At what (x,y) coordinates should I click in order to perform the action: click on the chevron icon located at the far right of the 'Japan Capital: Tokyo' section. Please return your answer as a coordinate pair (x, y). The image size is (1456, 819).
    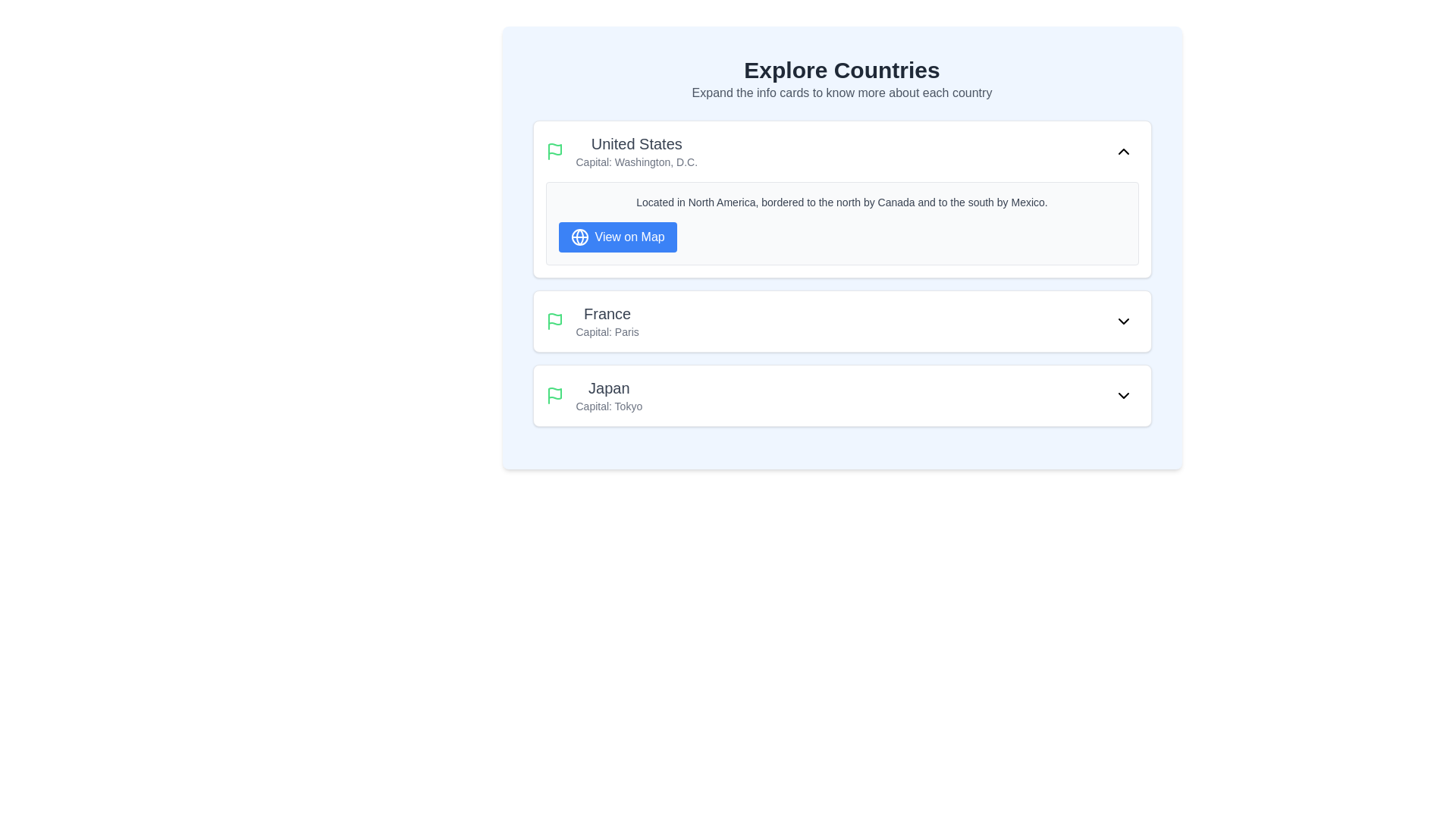
    Looking at the image, I should click on (1123, 394).